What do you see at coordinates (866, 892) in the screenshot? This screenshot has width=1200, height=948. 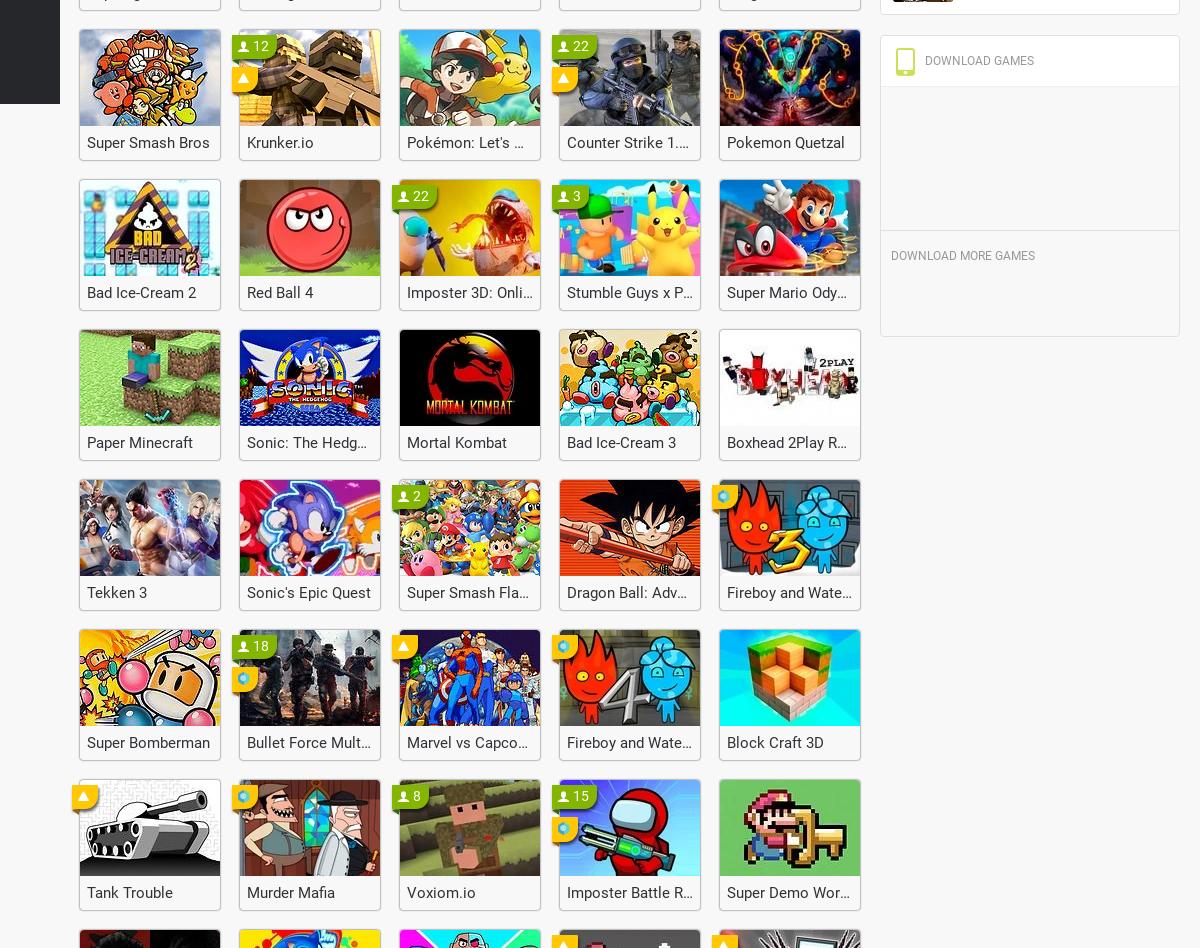 I see `'Super Demo World: The Legend Continues'` at bounding box center [866, 892].